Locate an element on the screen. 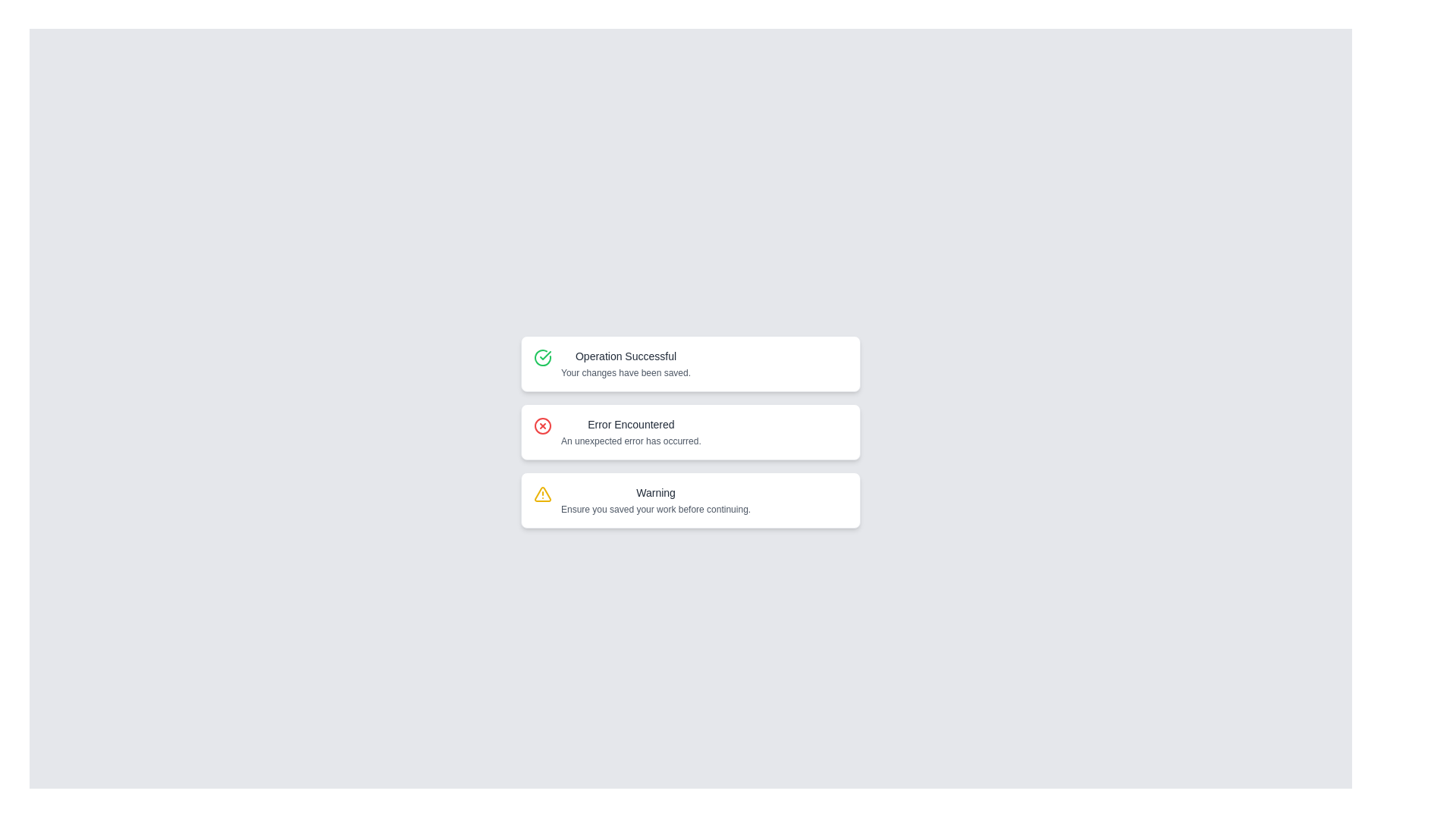 This screenshot has height=819, width=1456. the heading text element indicating a successful operation, located above 'Your changes have been saved.' in the first notification card is located at coordinates (626, 356).